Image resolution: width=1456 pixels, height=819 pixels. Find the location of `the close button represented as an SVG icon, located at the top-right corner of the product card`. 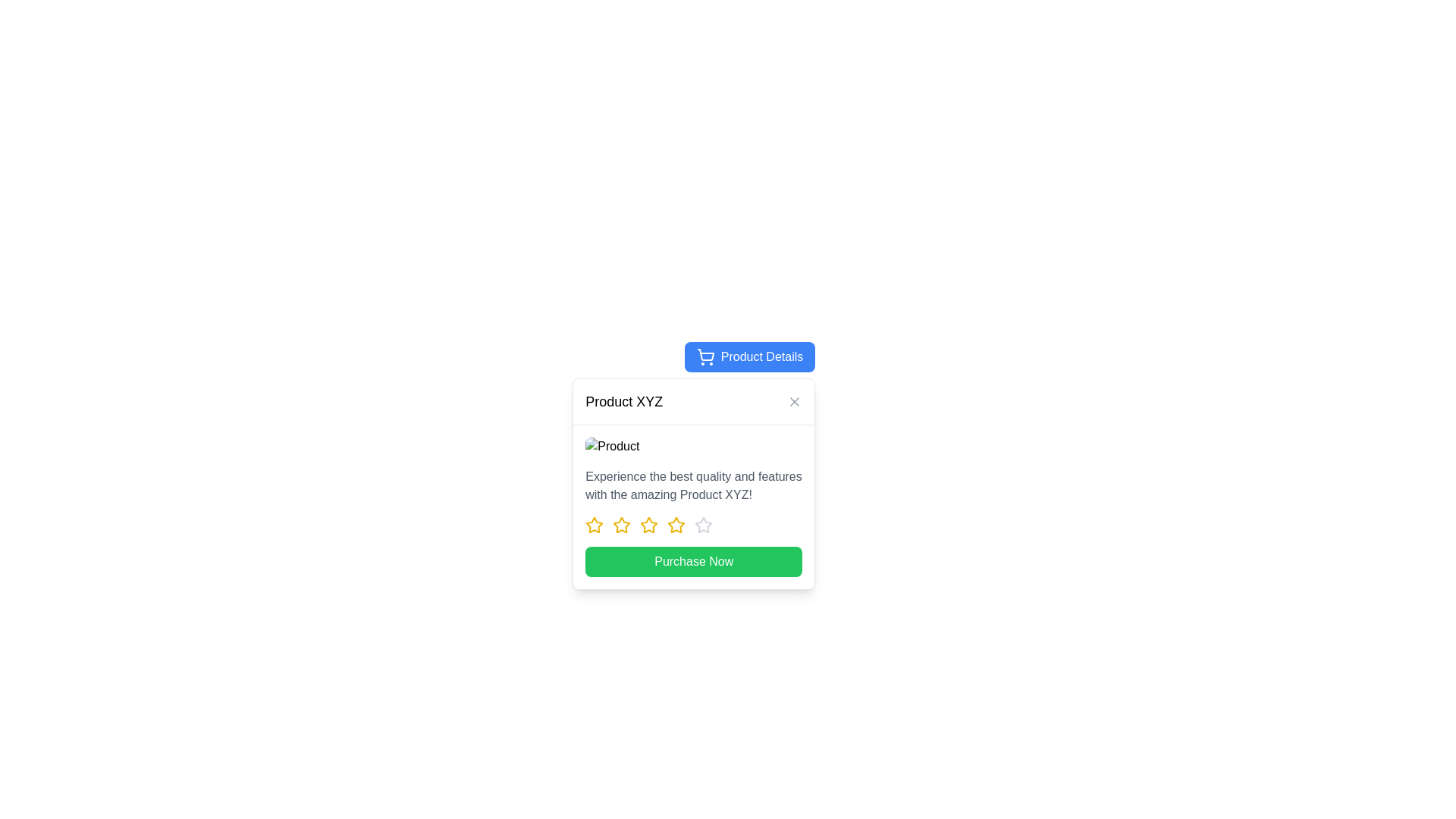

the close button represented as an SVG icon, located at the top-right corner of the product card is located at coordinates (794, 400).